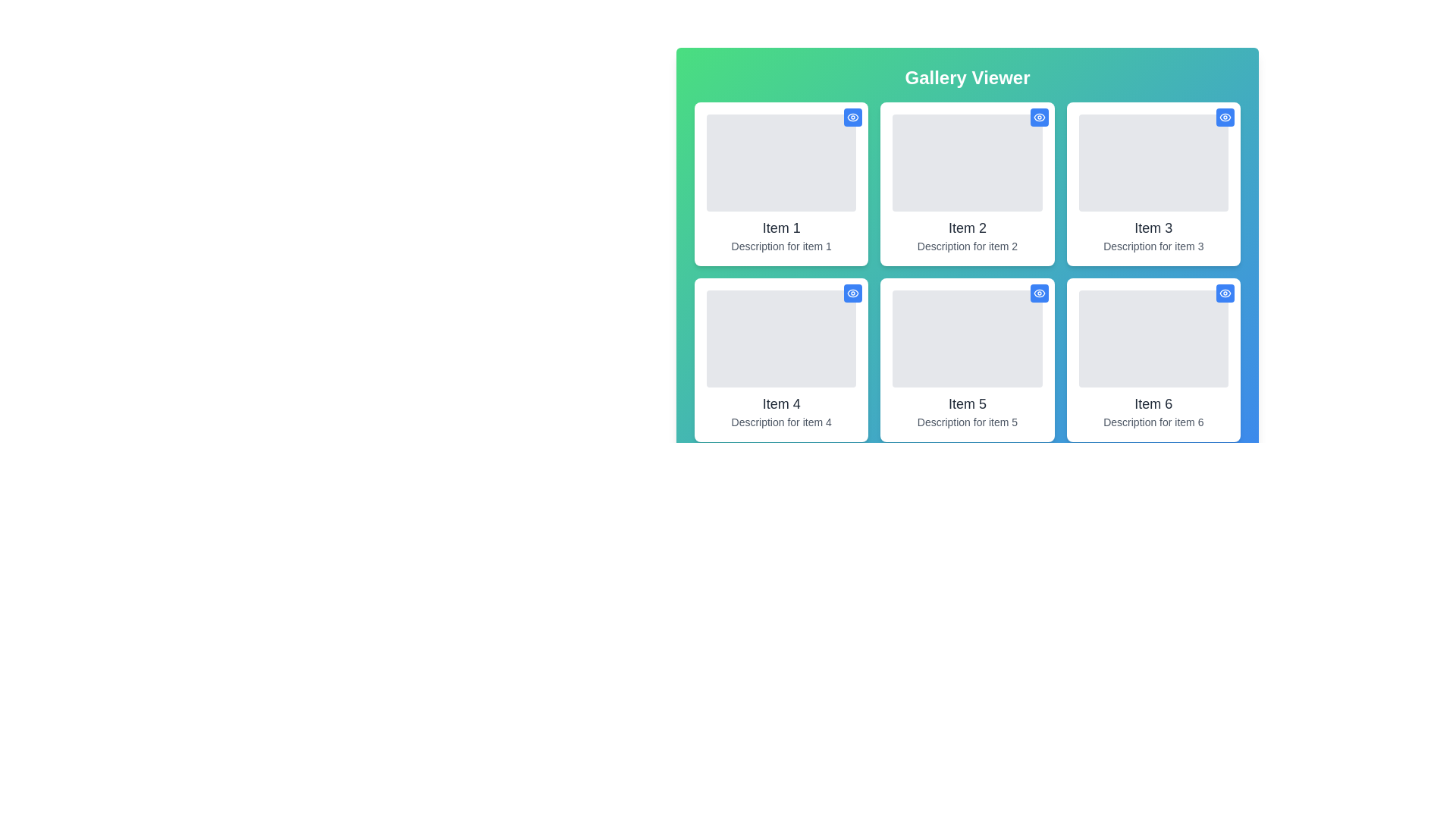 The width and height of the screenshot is (1456, 819). Describe the element at coordinates (1038, 293) in the screenshot. I see `the eye icon located in the top-right corner of the fifth card in the gallery viewer interface` at that location.